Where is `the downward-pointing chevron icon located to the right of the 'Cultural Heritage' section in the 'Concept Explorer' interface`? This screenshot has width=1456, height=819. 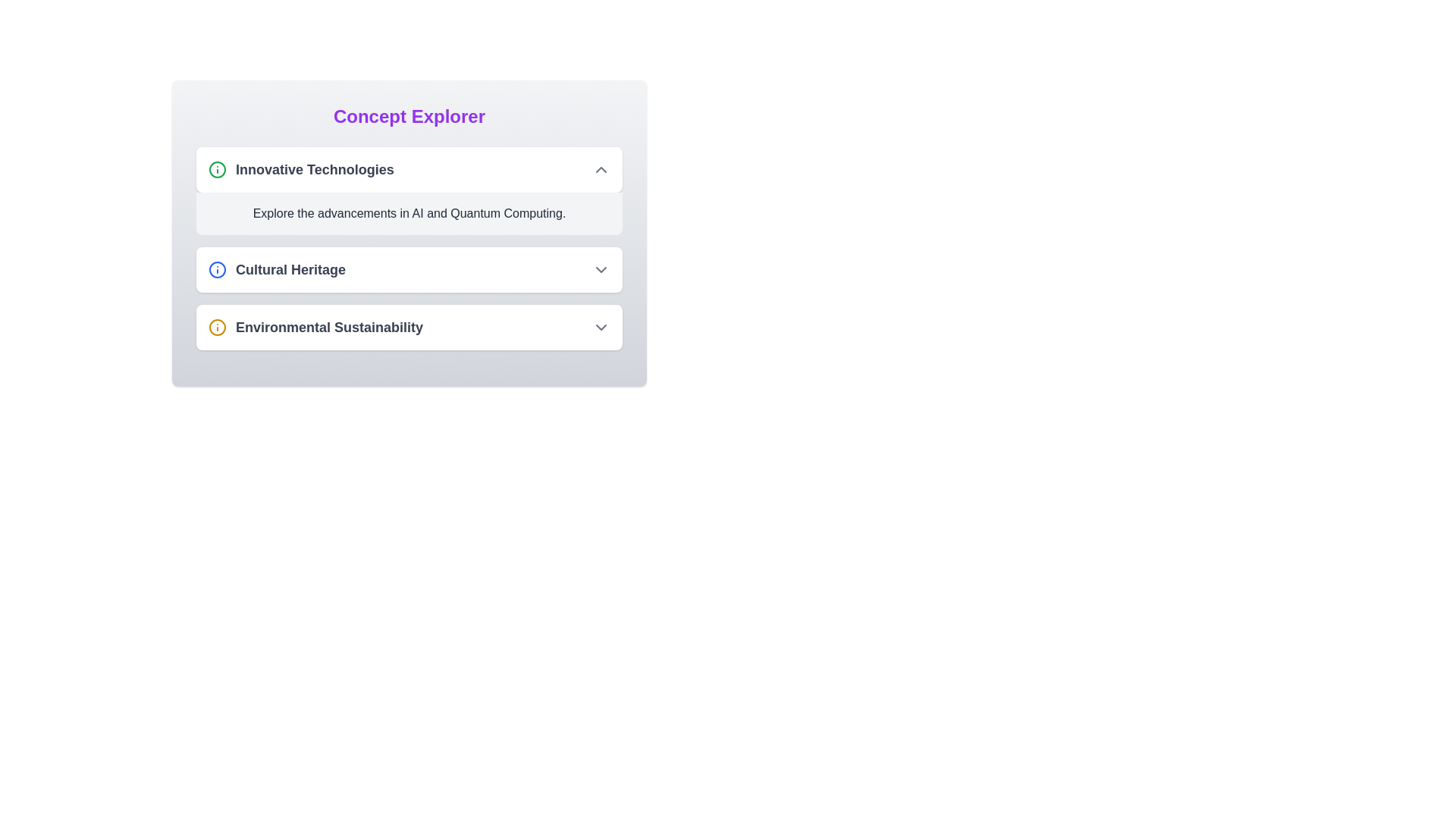 the downward-pointing chevron icon located to the right of the 'Cultural Heritage' section in the 'Concept Explorer' interface is located at coordinates (600, 268).